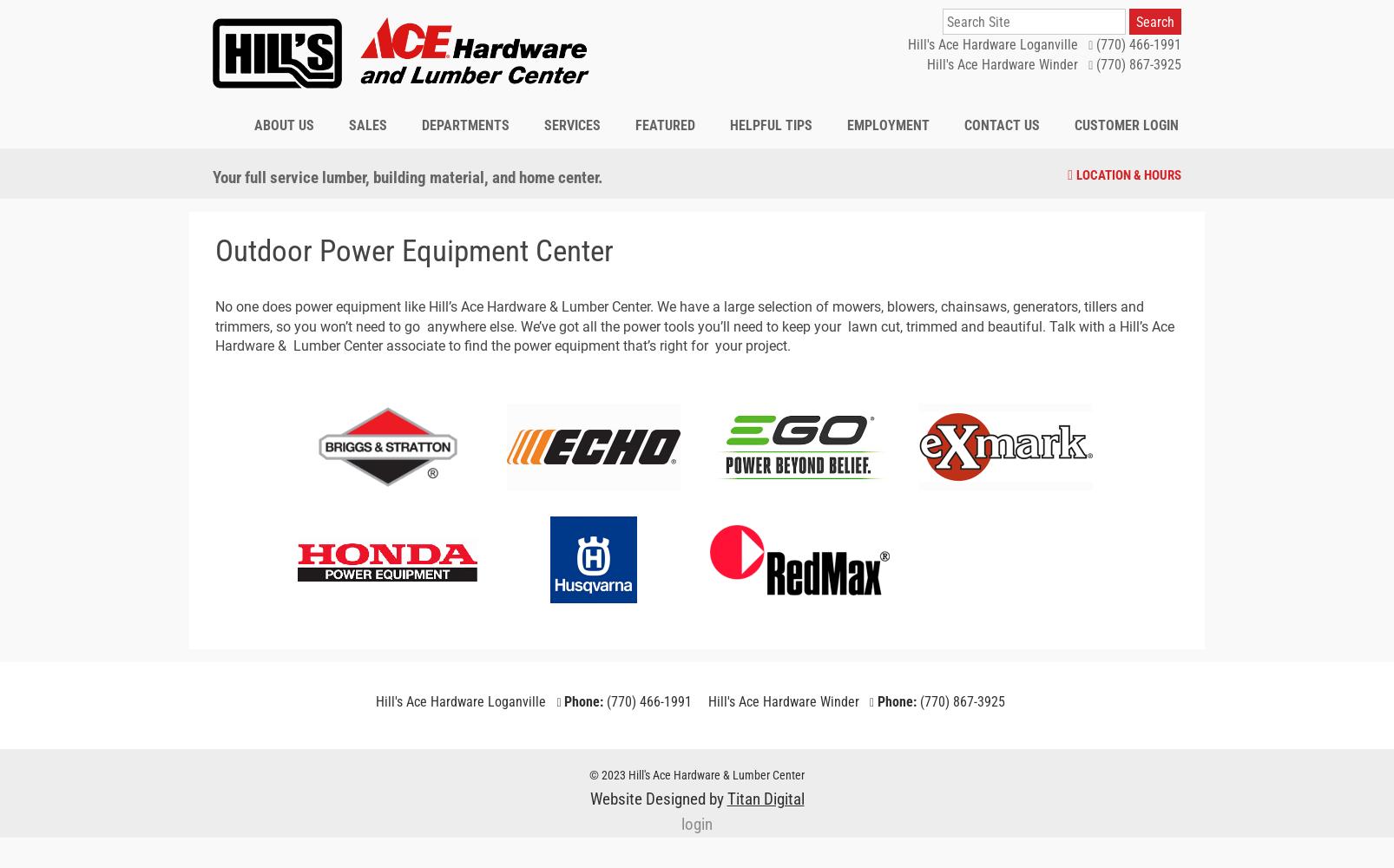 The image size is (1394, 868). What do you see at coordinates (608, 775) in the screenshot?
I see `'© 2023'` at bounding box center [608, 775].